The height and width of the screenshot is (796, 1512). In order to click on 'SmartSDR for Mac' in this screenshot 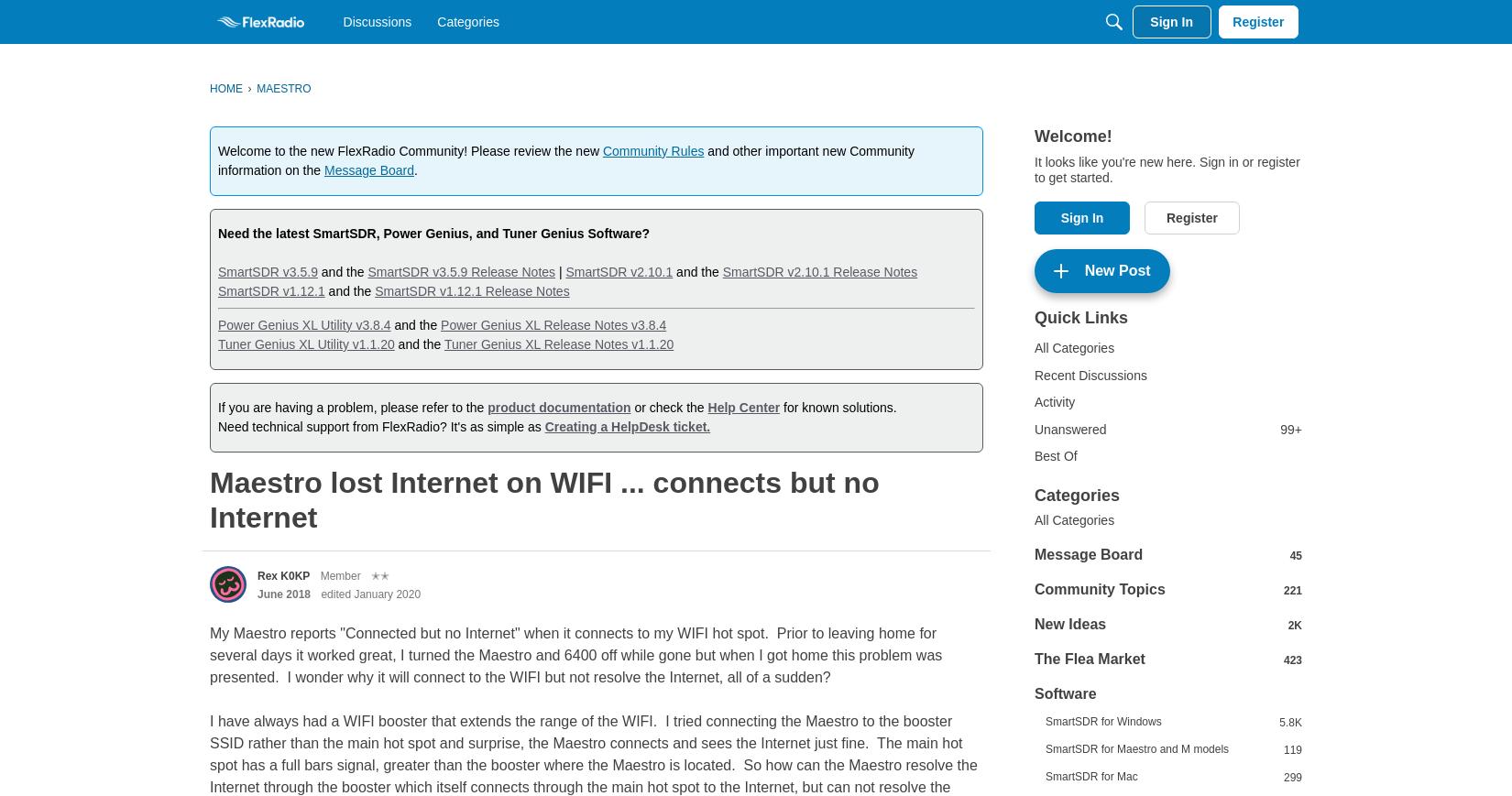, I will do `click(1090, 776)`.